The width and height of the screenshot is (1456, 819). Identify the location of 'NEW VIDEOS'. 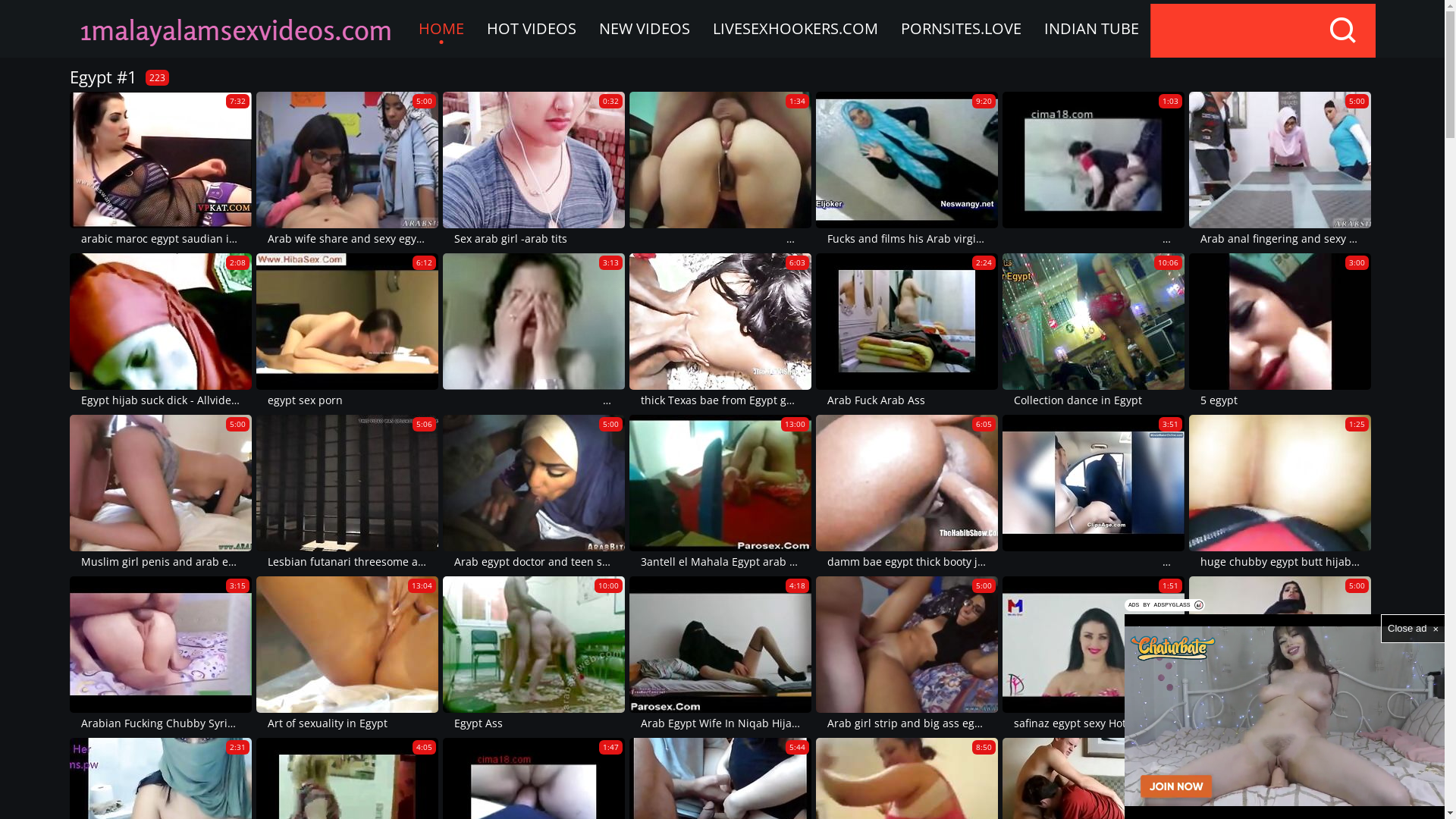
(644, 29).